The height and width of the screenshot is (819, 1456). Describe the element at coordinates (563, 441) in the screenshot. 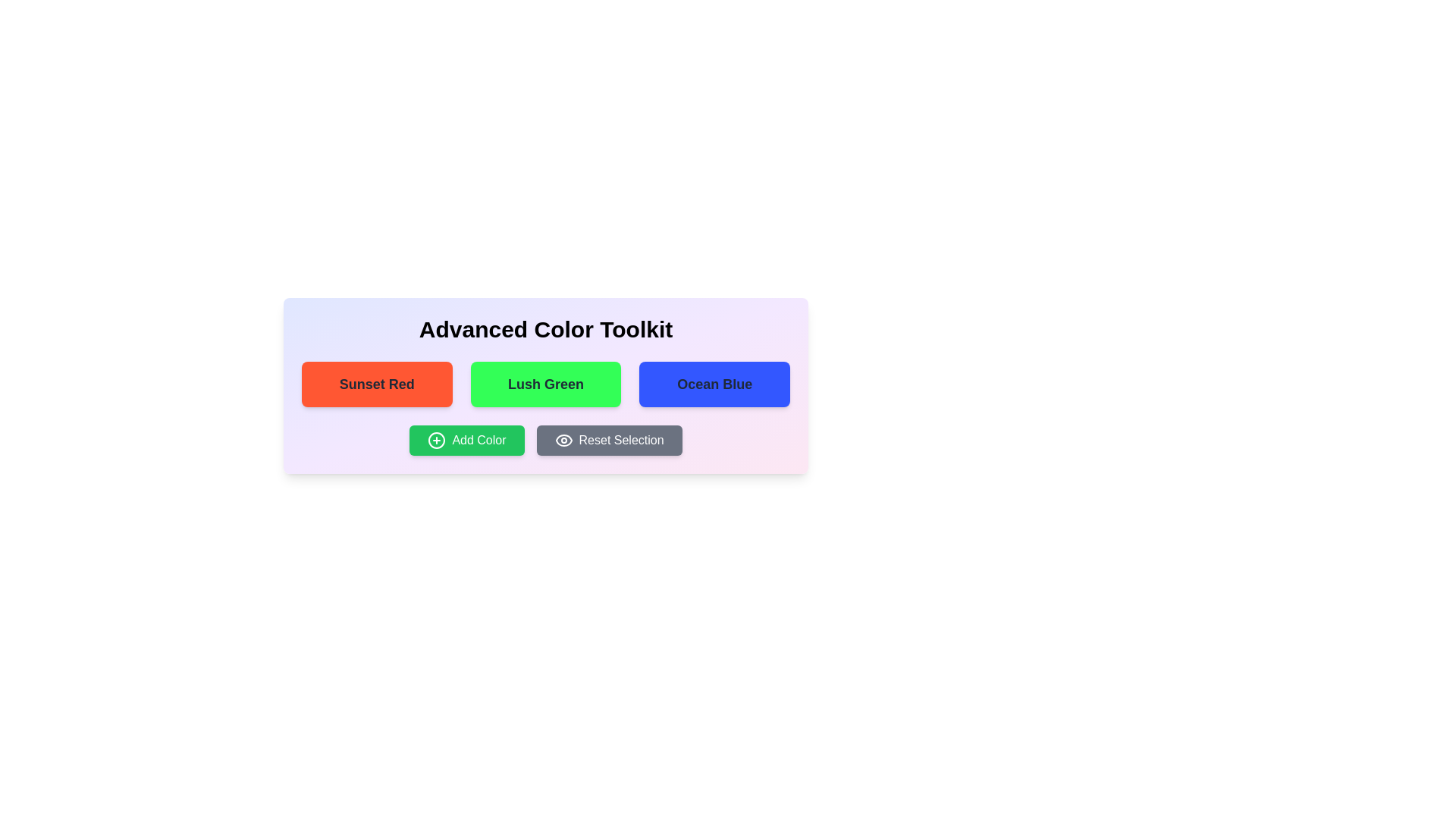

I see `the visibility toggle icon that is part of the 'Reset Selection' button, located to the left of the button text` at that location.